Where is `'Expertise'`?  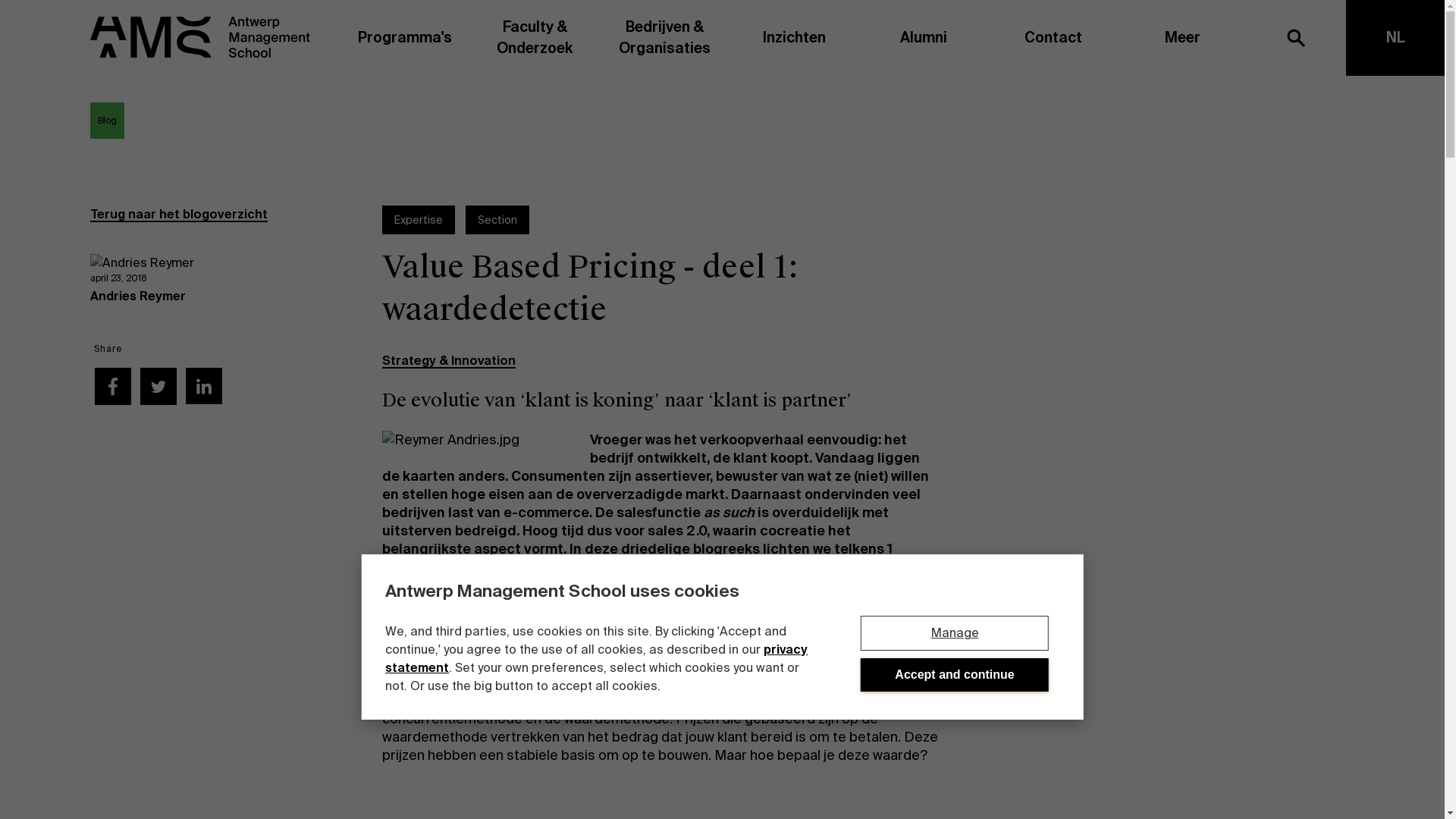
'Expertise' is located at coordinates (419, 219).